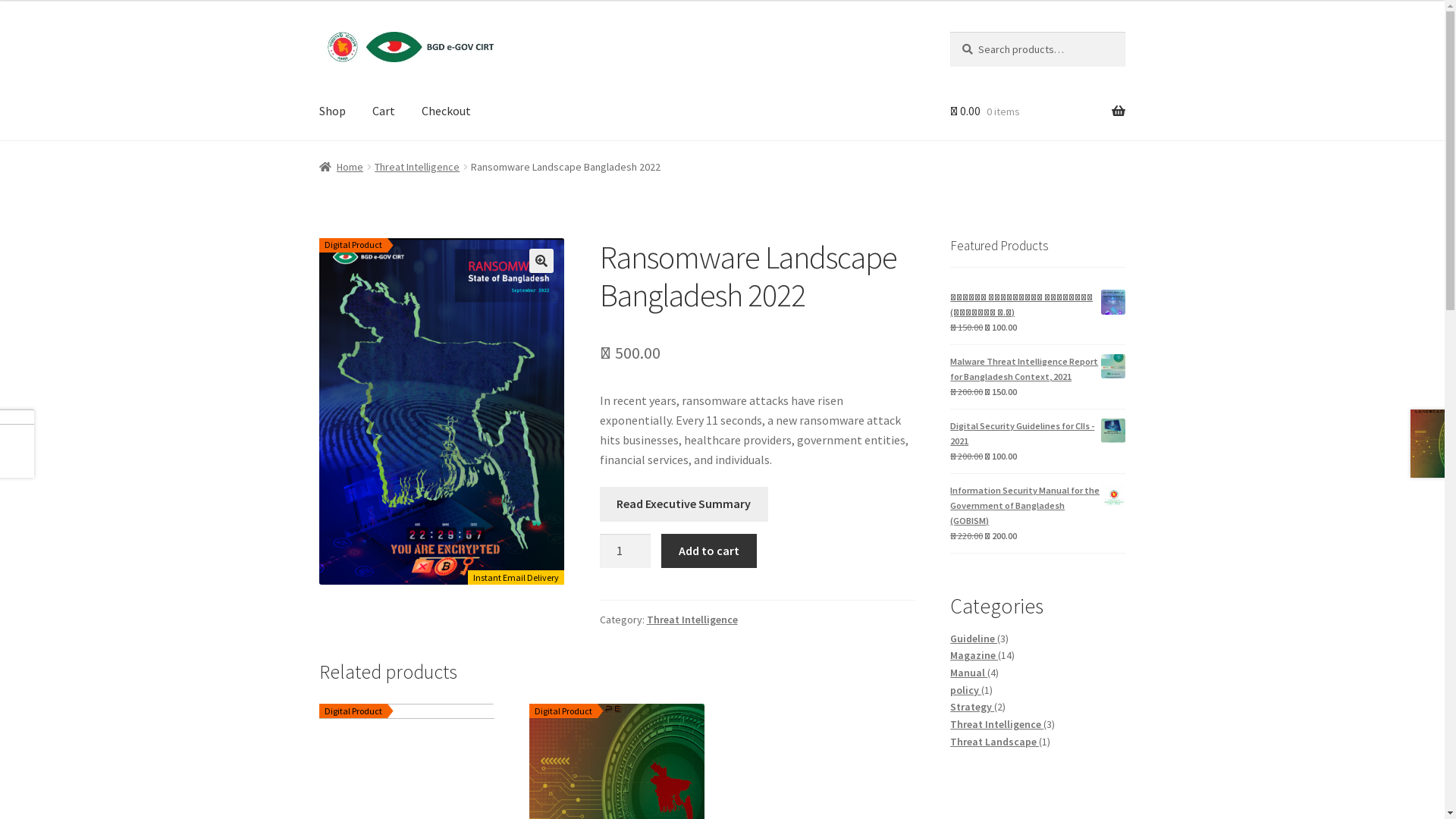 The image size is (1456, 819). I want to click on 'Ransom-State-BG-v2-small', so click(441, 412).